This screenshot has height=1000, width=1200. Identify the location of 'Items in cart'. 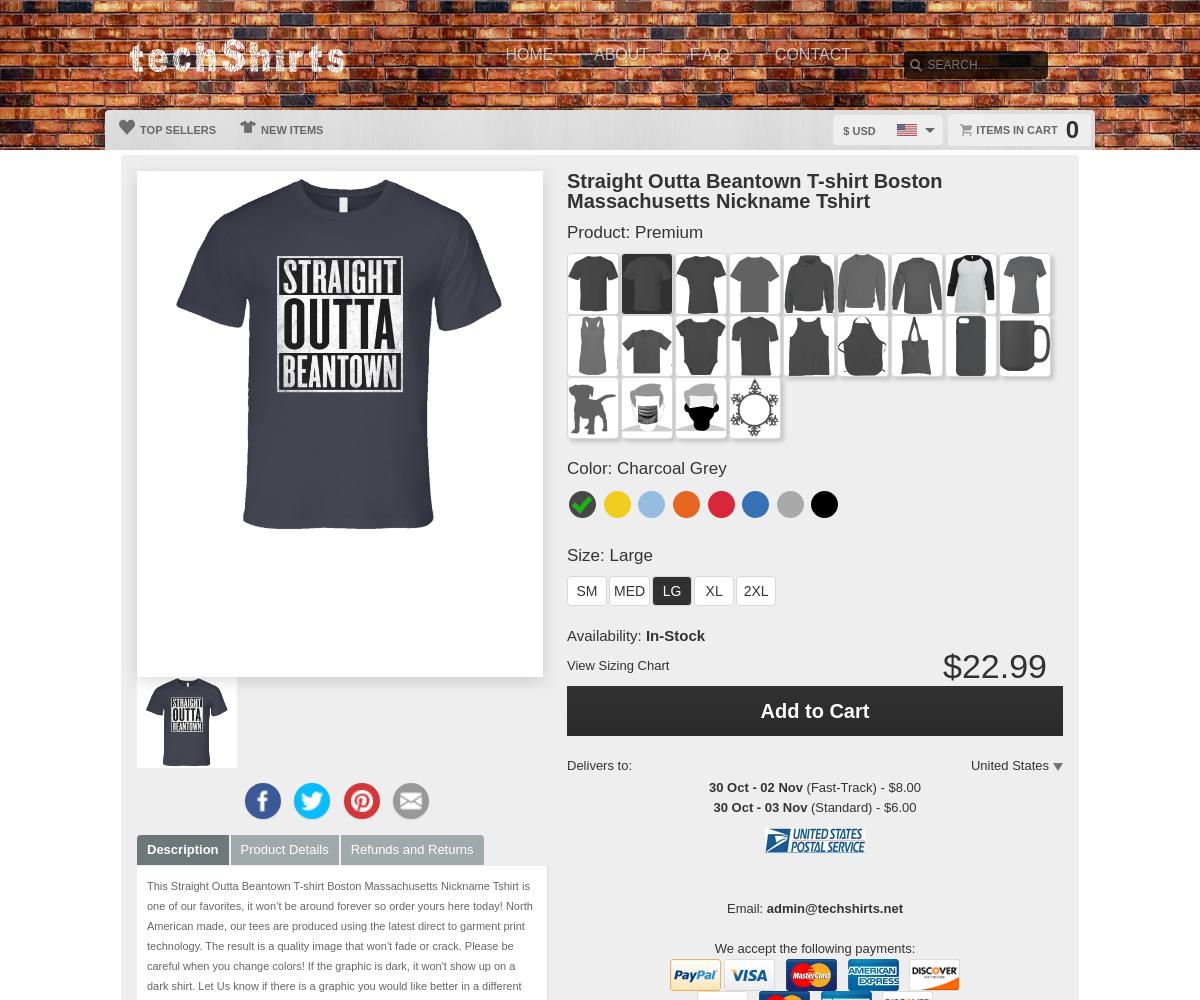
(1016, 130).